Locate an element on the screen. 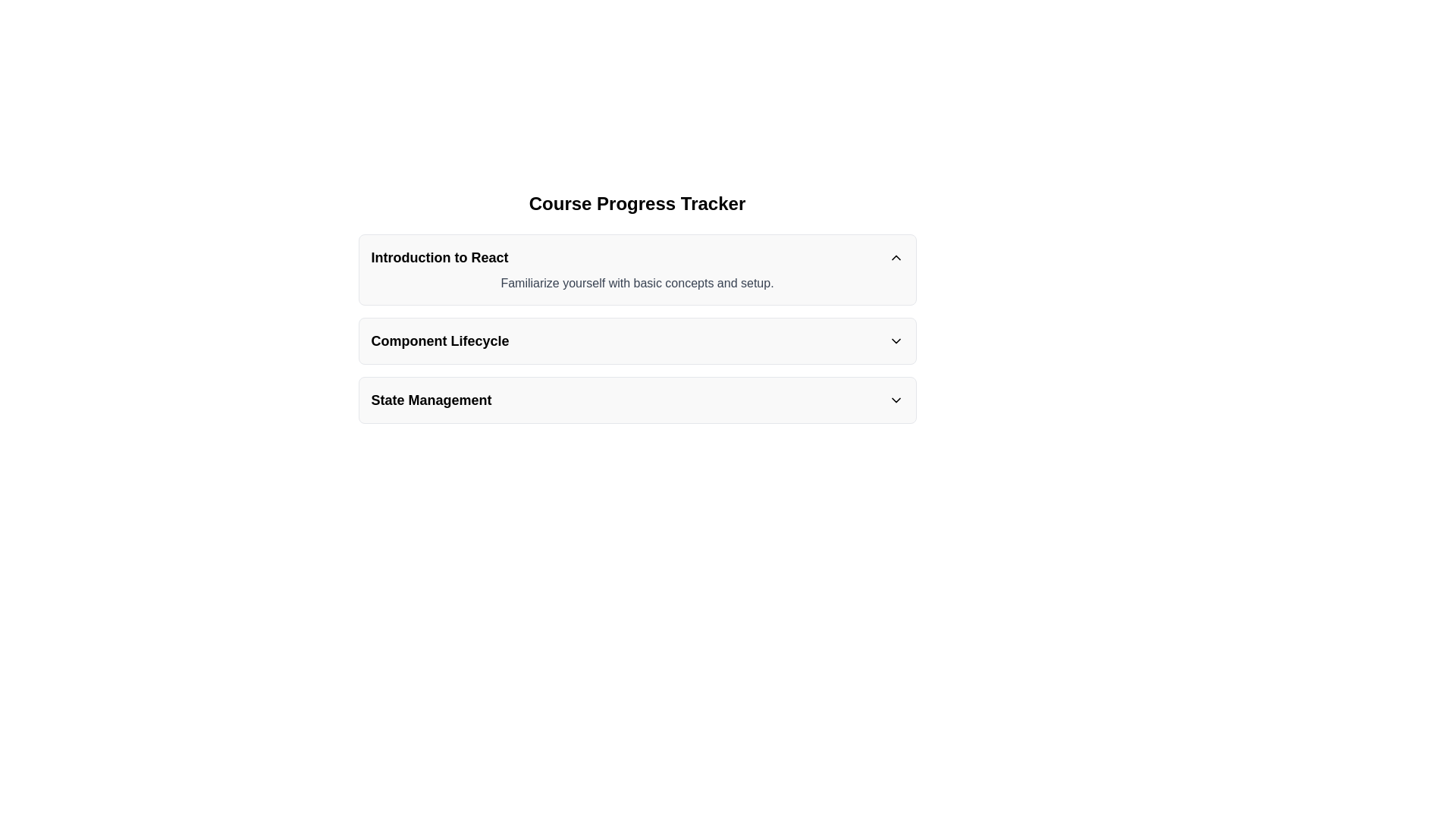  the Chevron Down icon at the far-right side of the 'State Management' header is located at coordinates (896, 400).